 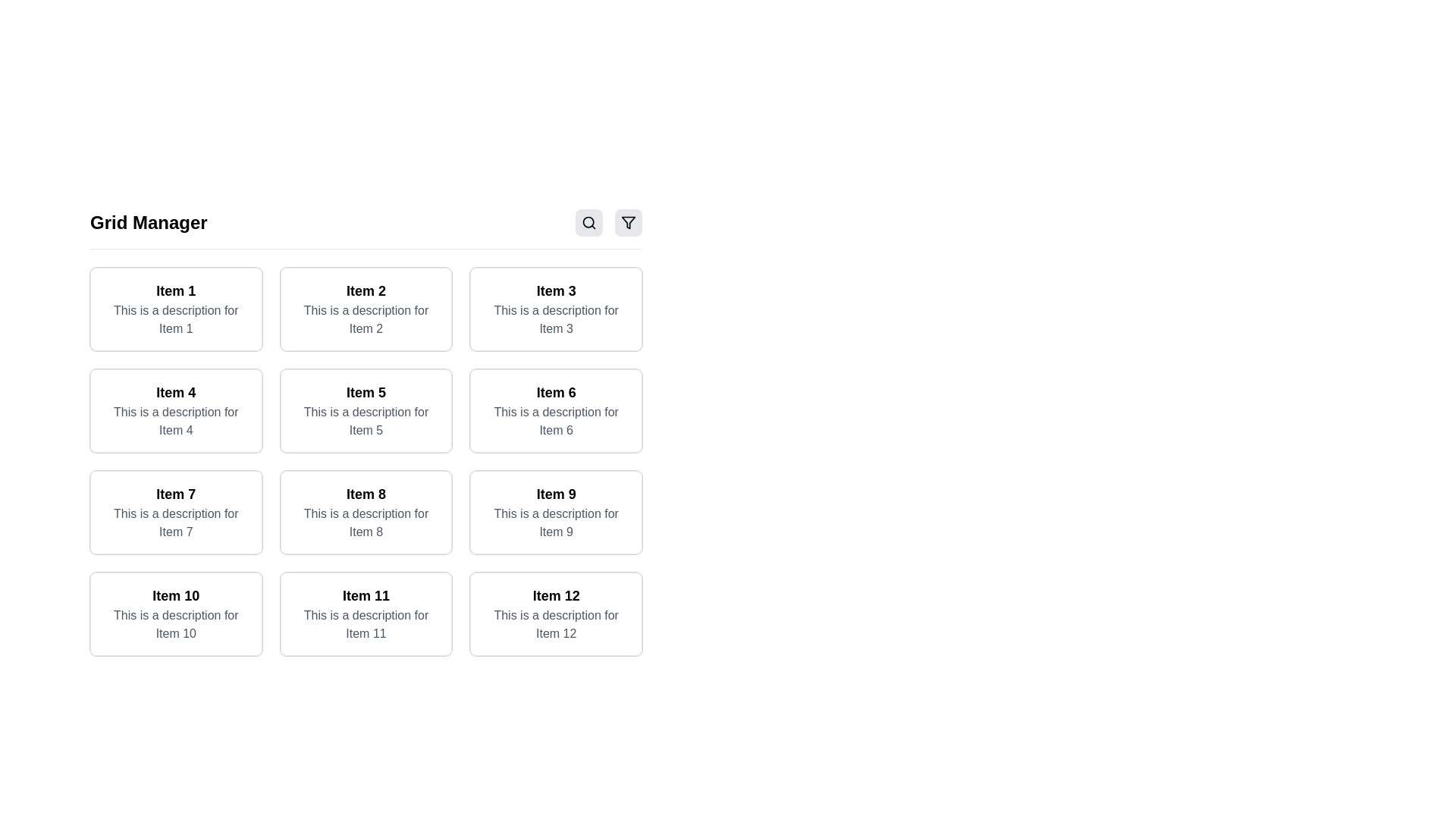 I want to click on the text label element that serves as the title for the card labeled 'Item 3', located in the top row and third column of the grid, so click(x=555, y=291).